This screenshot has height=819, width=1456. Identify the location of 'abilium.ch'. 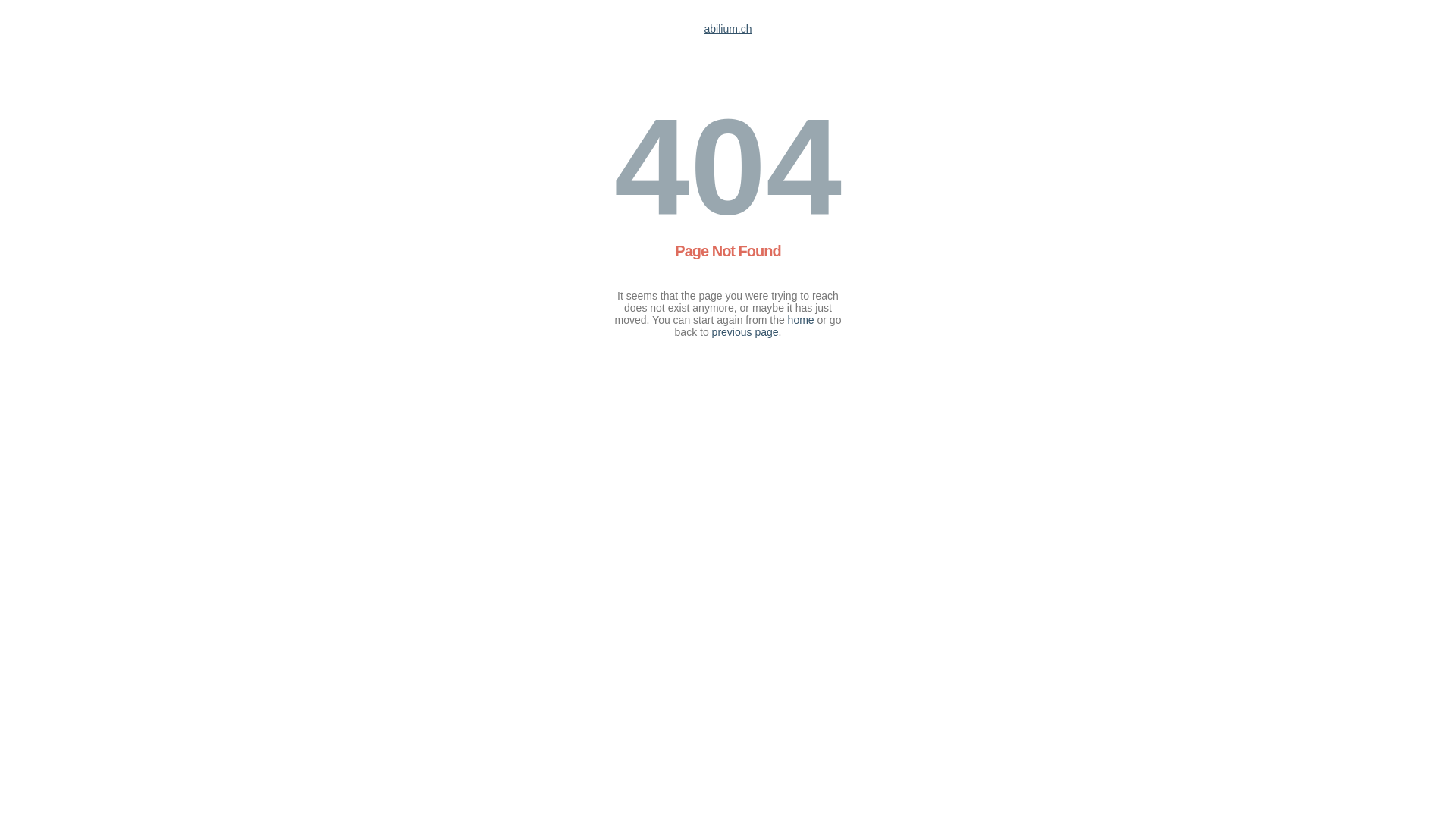
(726, 29).